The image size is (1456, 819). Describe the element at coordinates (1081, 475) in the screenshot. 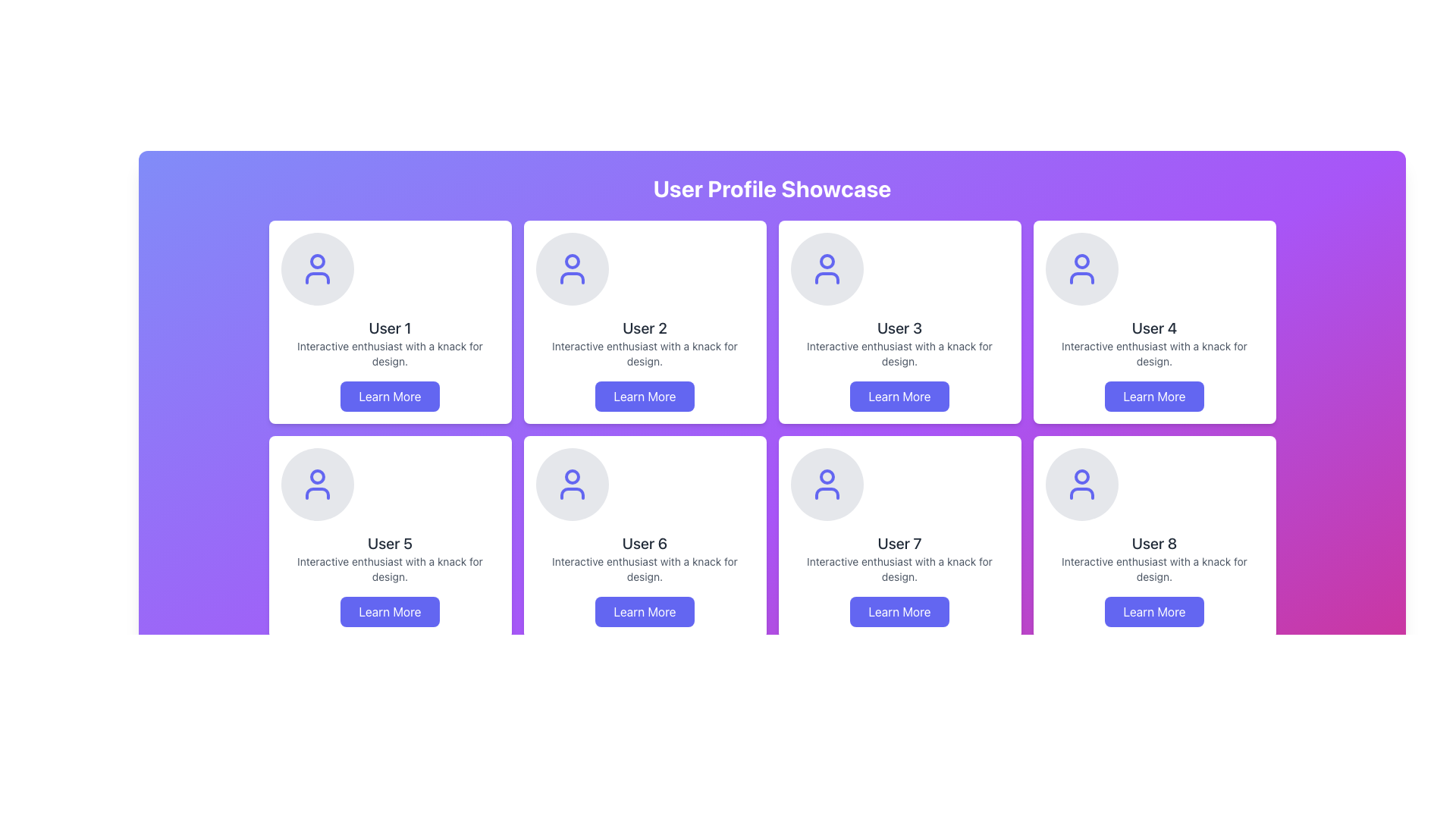

I see `the graphical icon representing 'User 8' on their profile card, located in the last row and fourth column of the user showcase grid` at that location.